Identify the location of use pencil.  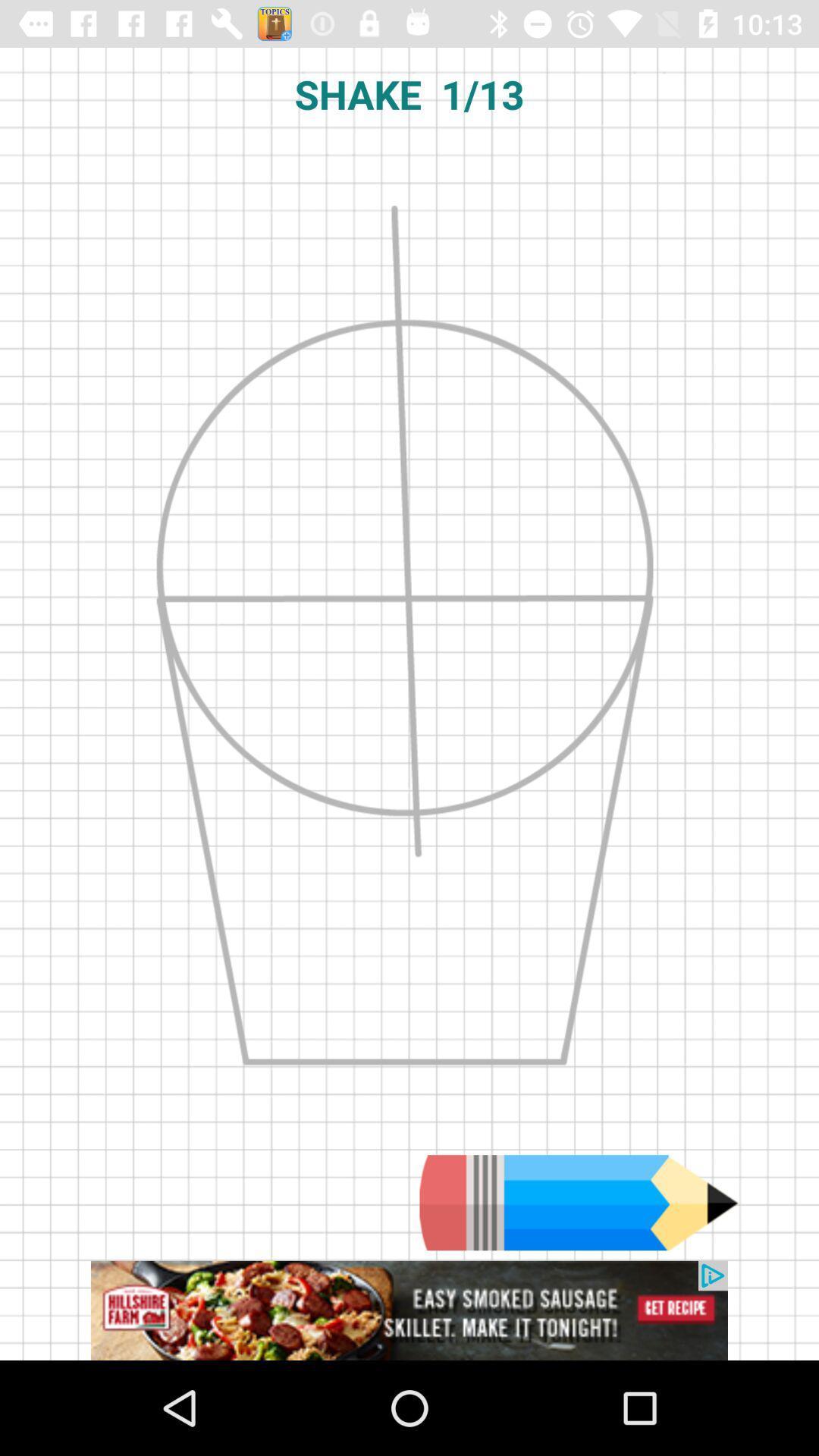
(579, 1202).